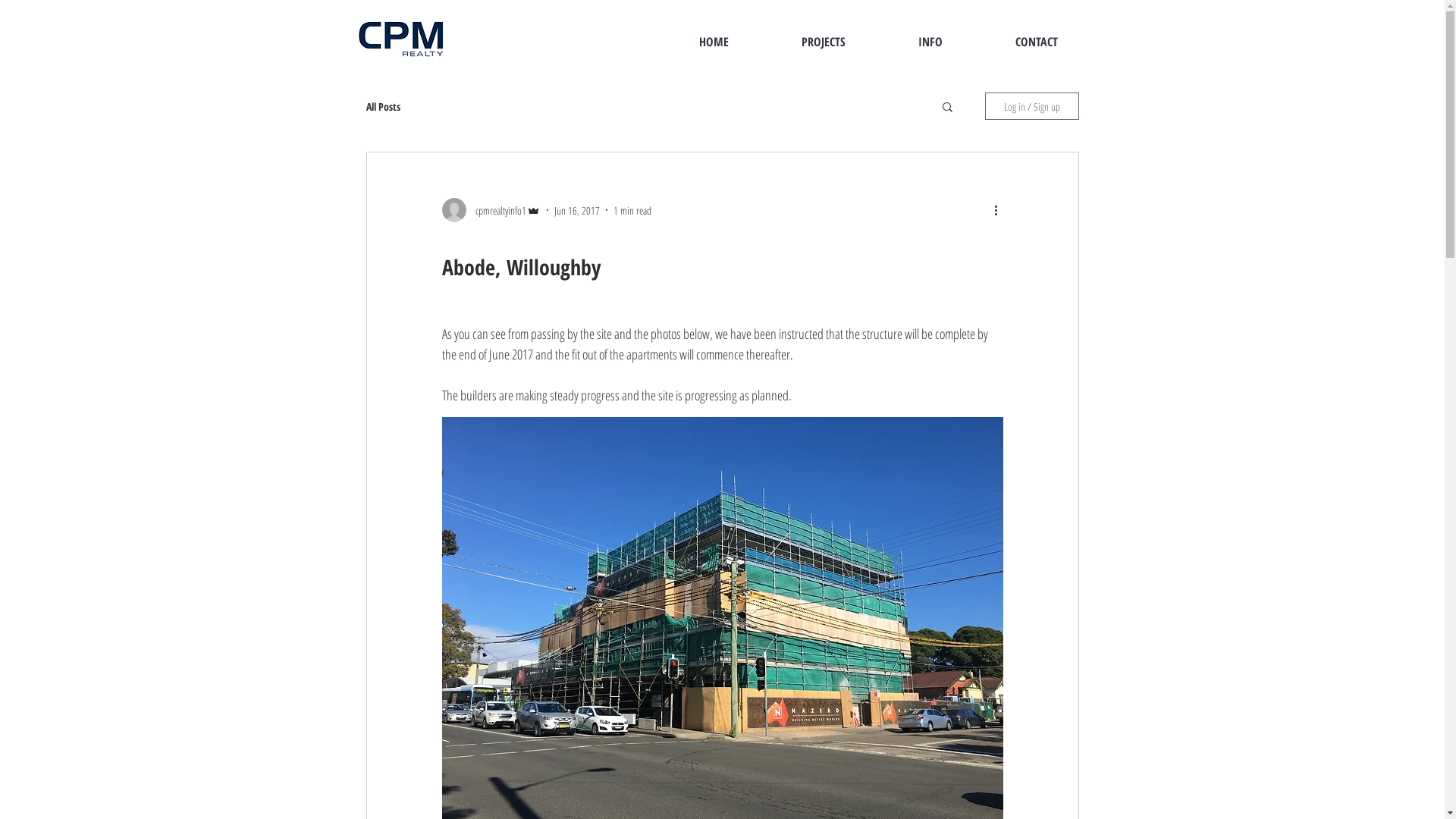 Image resolution: width=1456 pixels, height=819 pixels. What do you see at coordinates (1031, 105) in the screenshot?
I see `'Log in / Sign up'` at bounding box center [1031, 105].